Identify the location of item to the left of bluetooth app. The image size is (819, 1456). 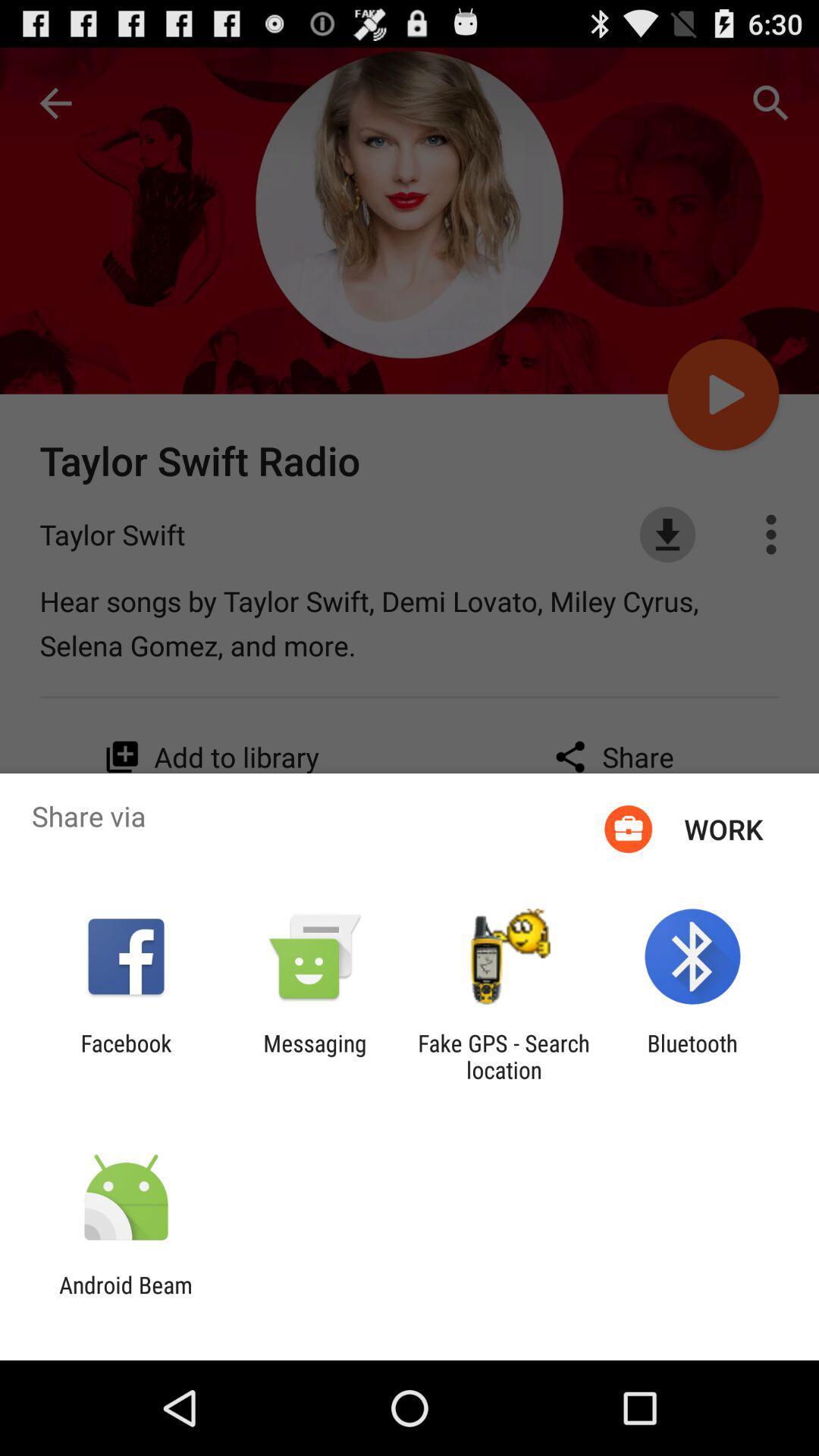
(504, 1056).